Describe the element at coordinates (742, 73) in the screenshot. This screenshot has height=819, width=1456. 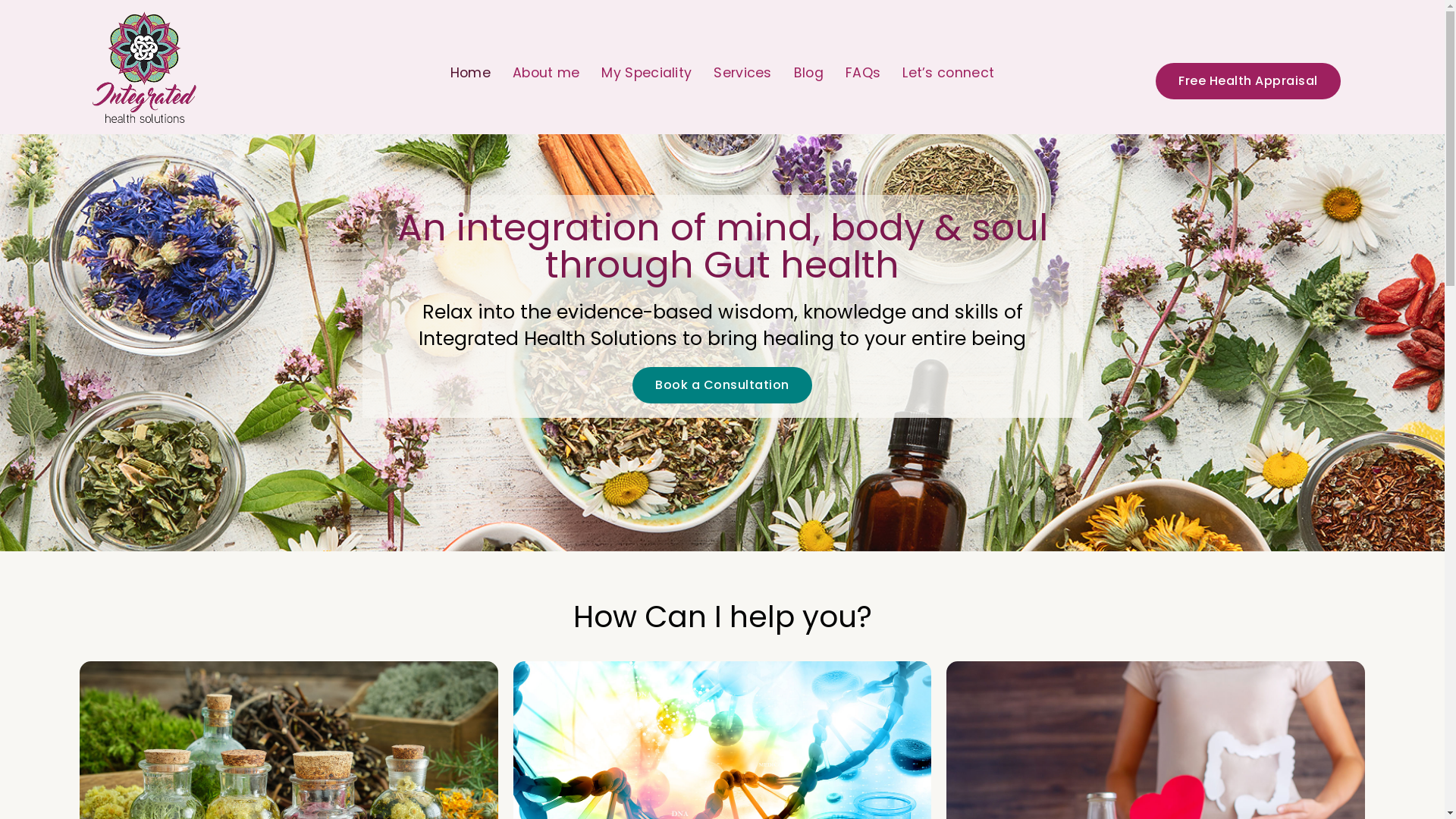
I see `'Services'` at that location.